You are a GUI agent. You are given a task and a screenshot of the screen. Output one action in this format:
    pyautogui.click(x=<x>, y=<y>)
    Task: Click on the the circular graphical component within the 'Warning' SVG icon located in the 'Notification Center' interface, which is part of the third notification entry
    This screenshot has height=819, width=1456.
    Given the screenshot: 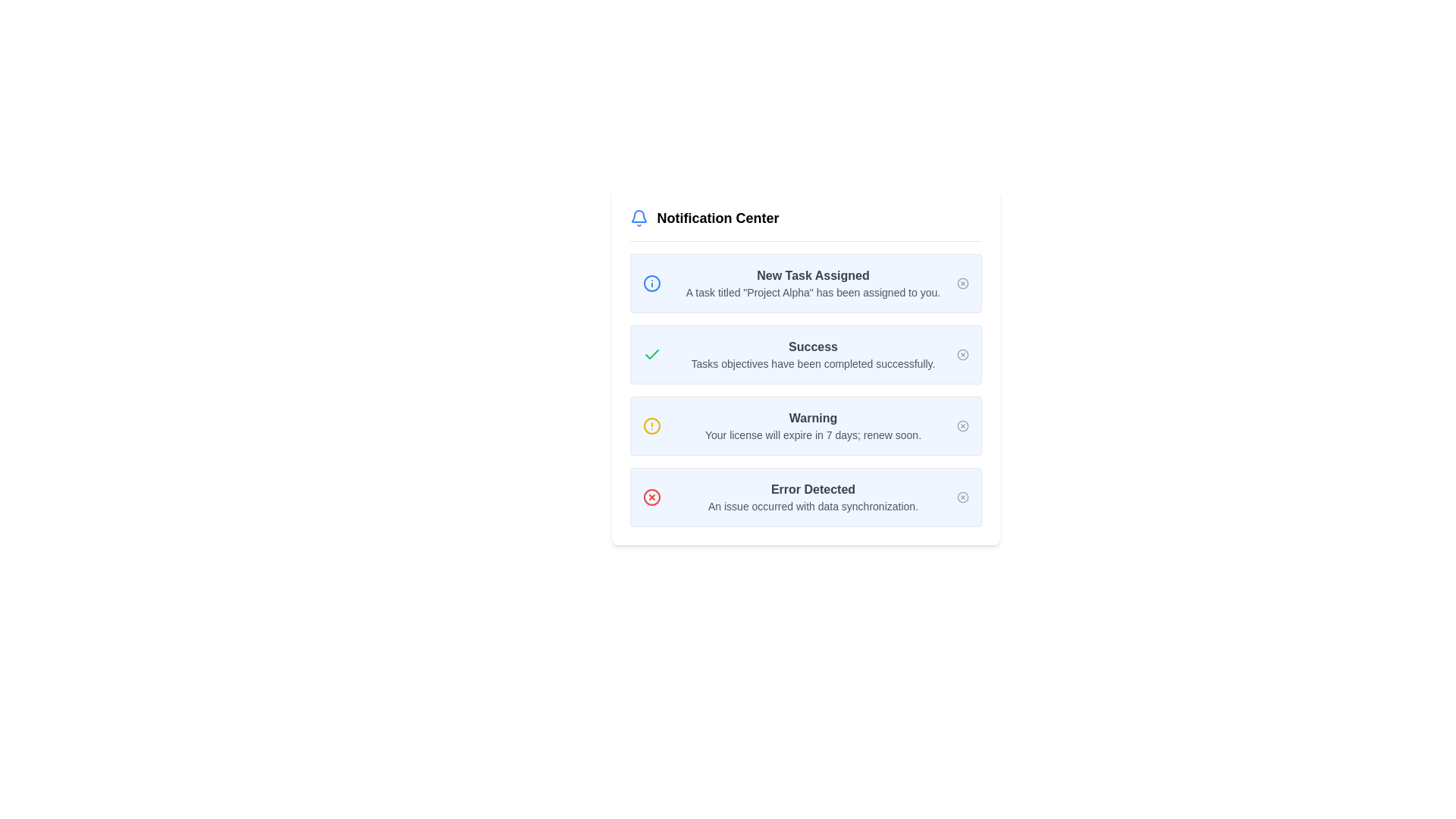 What is the action you would take?
    pyautogui.click(x=962, y=426)
    